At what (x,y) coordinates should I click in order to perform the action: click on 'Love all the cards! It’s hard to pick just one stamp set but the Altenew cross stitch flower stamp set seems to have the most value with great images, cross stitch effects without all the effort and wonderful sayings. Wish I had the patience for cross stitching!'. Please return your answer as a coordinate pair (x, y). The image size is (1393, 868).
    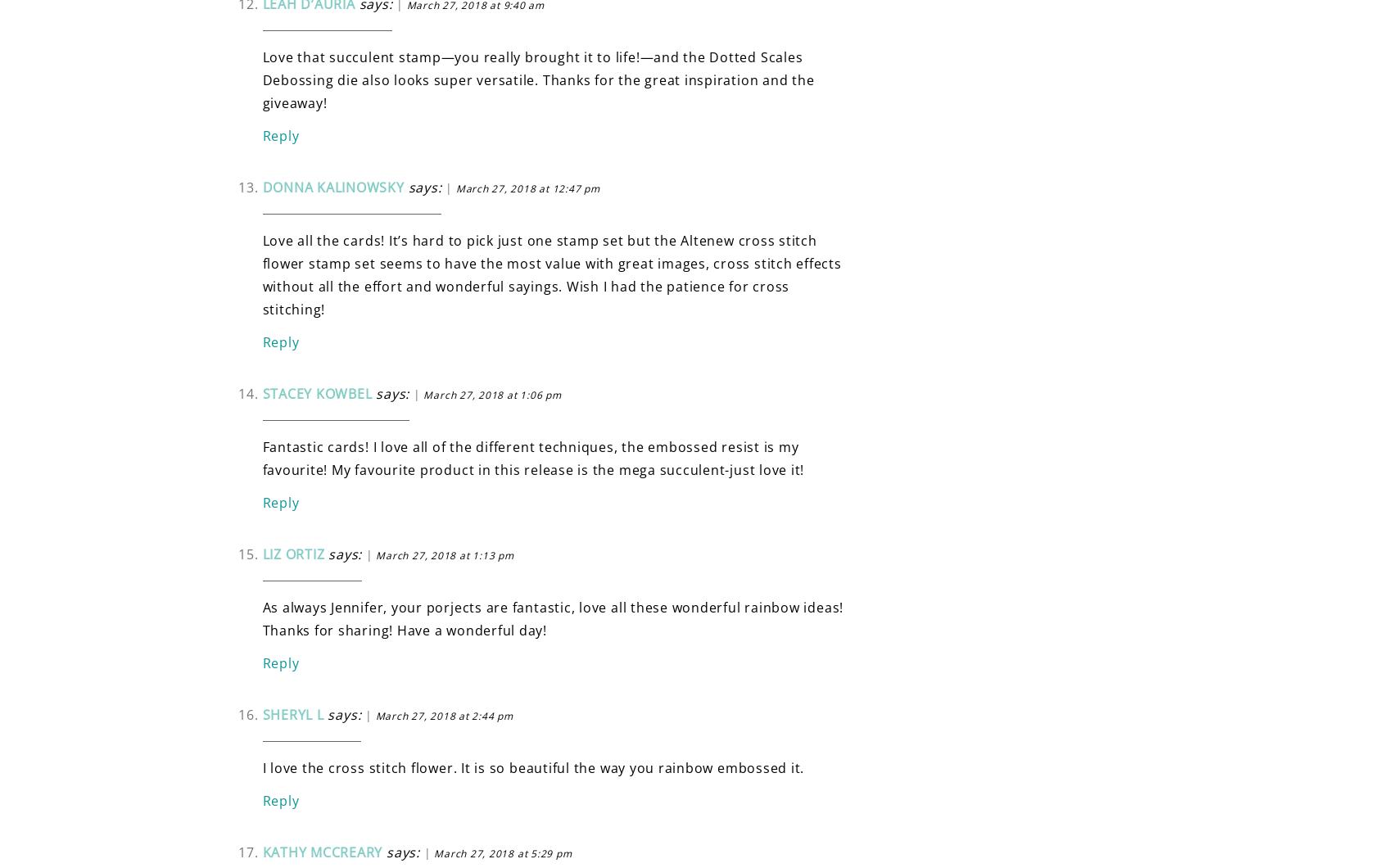
    Looking at the image, I should click on (550, 274).